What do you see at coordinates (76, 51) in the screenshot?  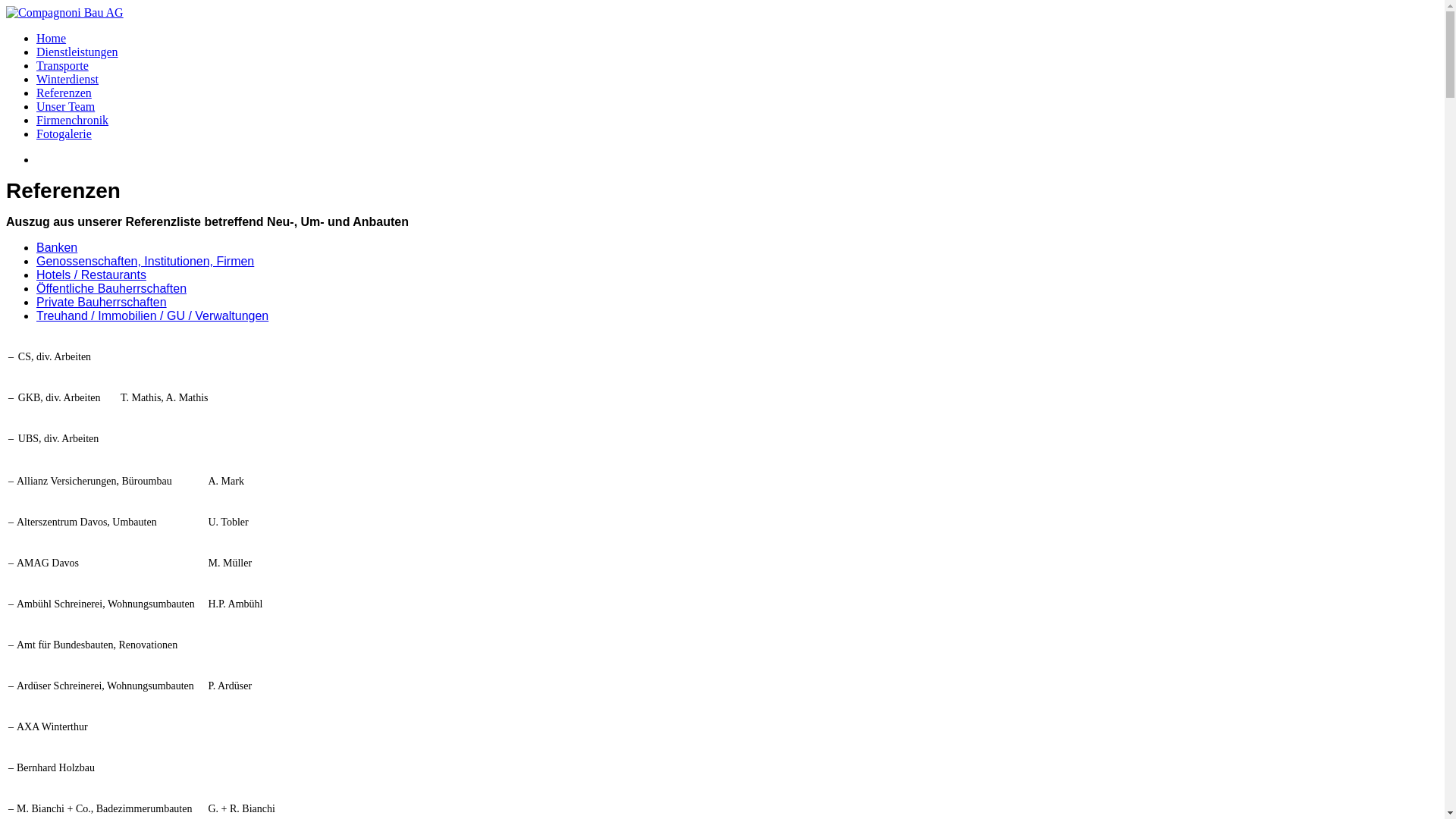 I see `'Dienstleistungen'` at bounding box center [76, 51].